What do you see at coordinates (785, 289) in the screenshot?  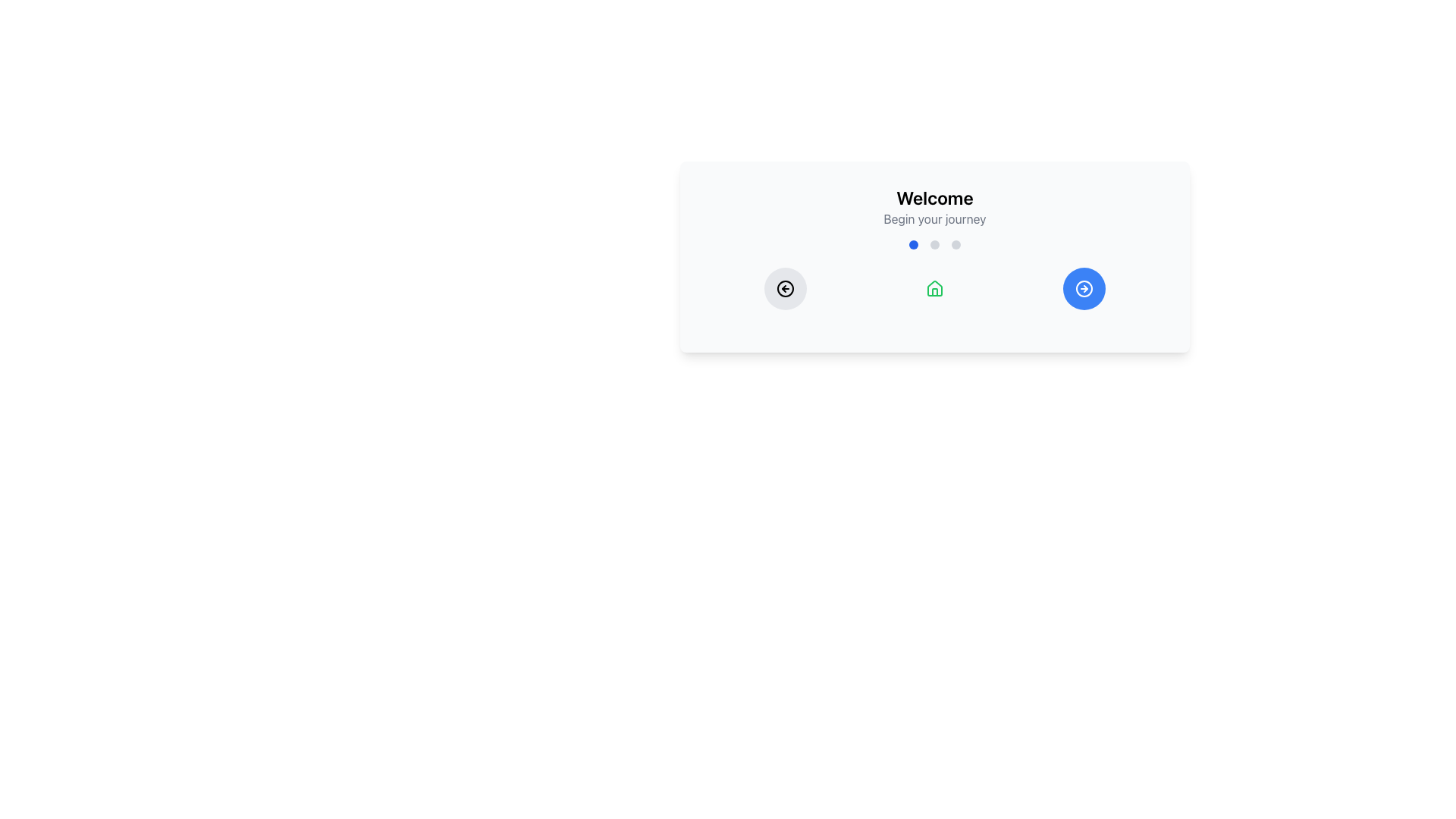 I see `the leftmost circular button with a light gray background and a left-pointing arrow icon` at bounding box center [785, 289].